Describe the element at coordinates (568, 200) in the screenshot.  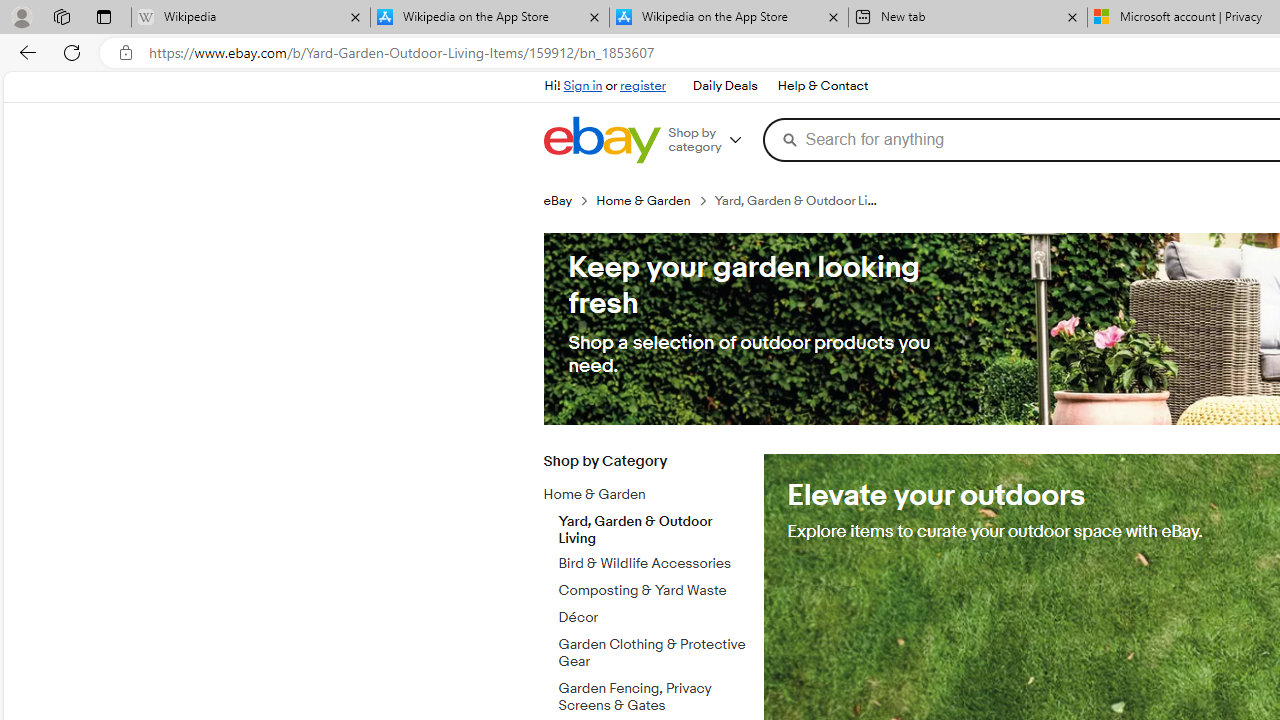
I see `'eBay'` at that location.